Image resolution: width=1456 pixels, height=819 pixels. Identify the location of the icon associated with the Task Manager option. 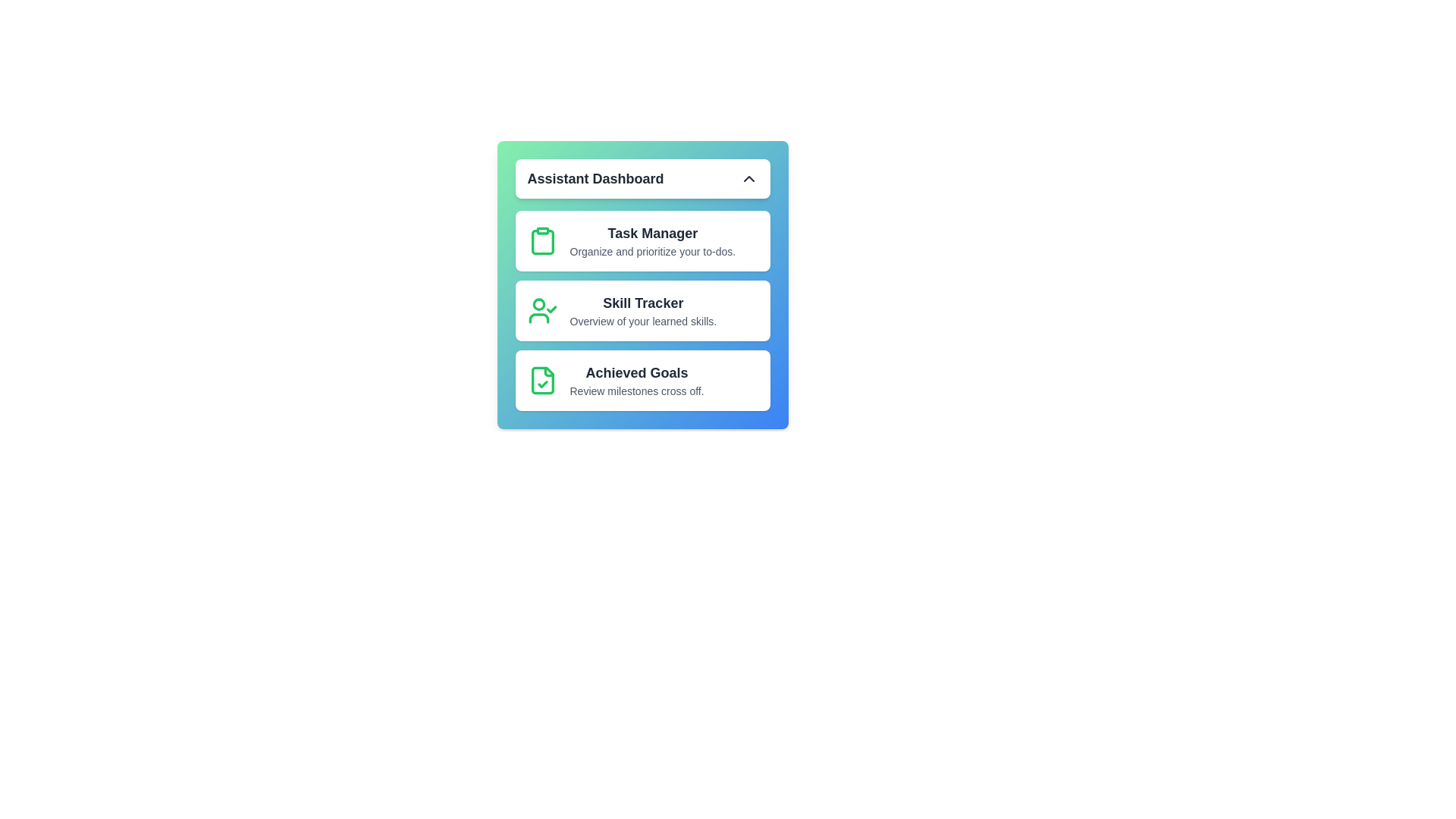
(542, 240).